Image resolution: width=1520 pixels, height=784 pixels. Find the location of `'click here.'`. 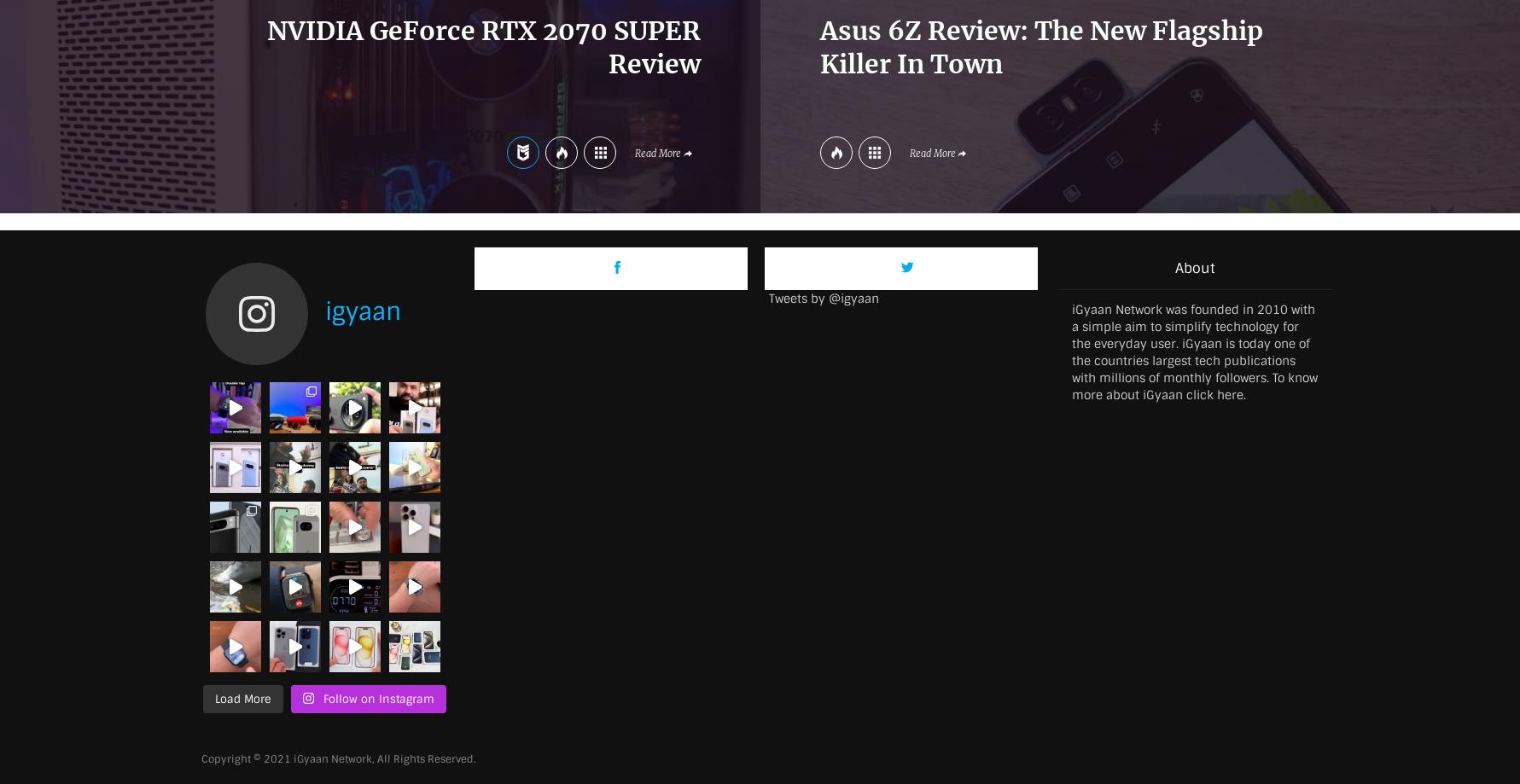

'click here.' is located at coordinates (1216, 392).